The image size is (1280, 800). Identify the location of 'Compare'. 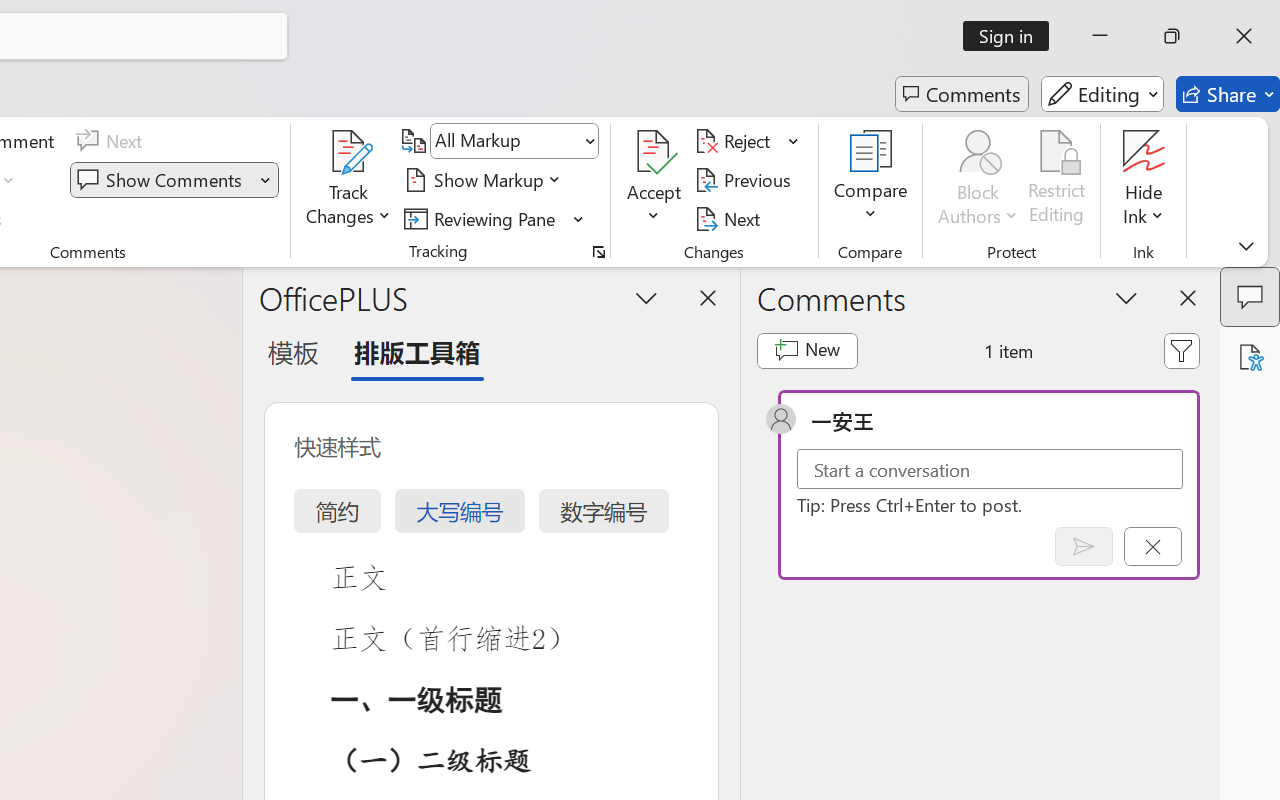
(871, 179).